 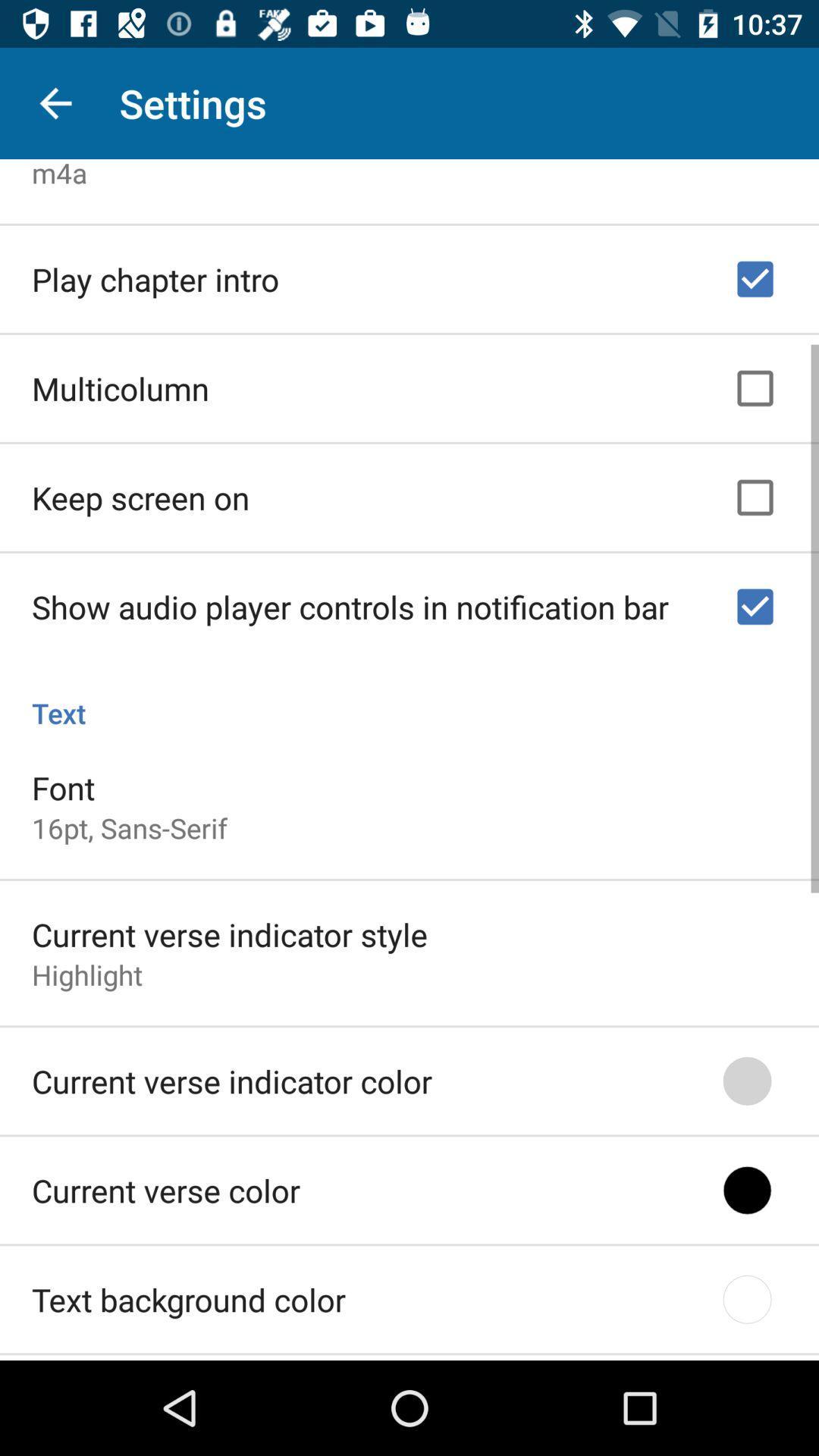 I want to click on text background color icon, so click(x=188, y=1294).